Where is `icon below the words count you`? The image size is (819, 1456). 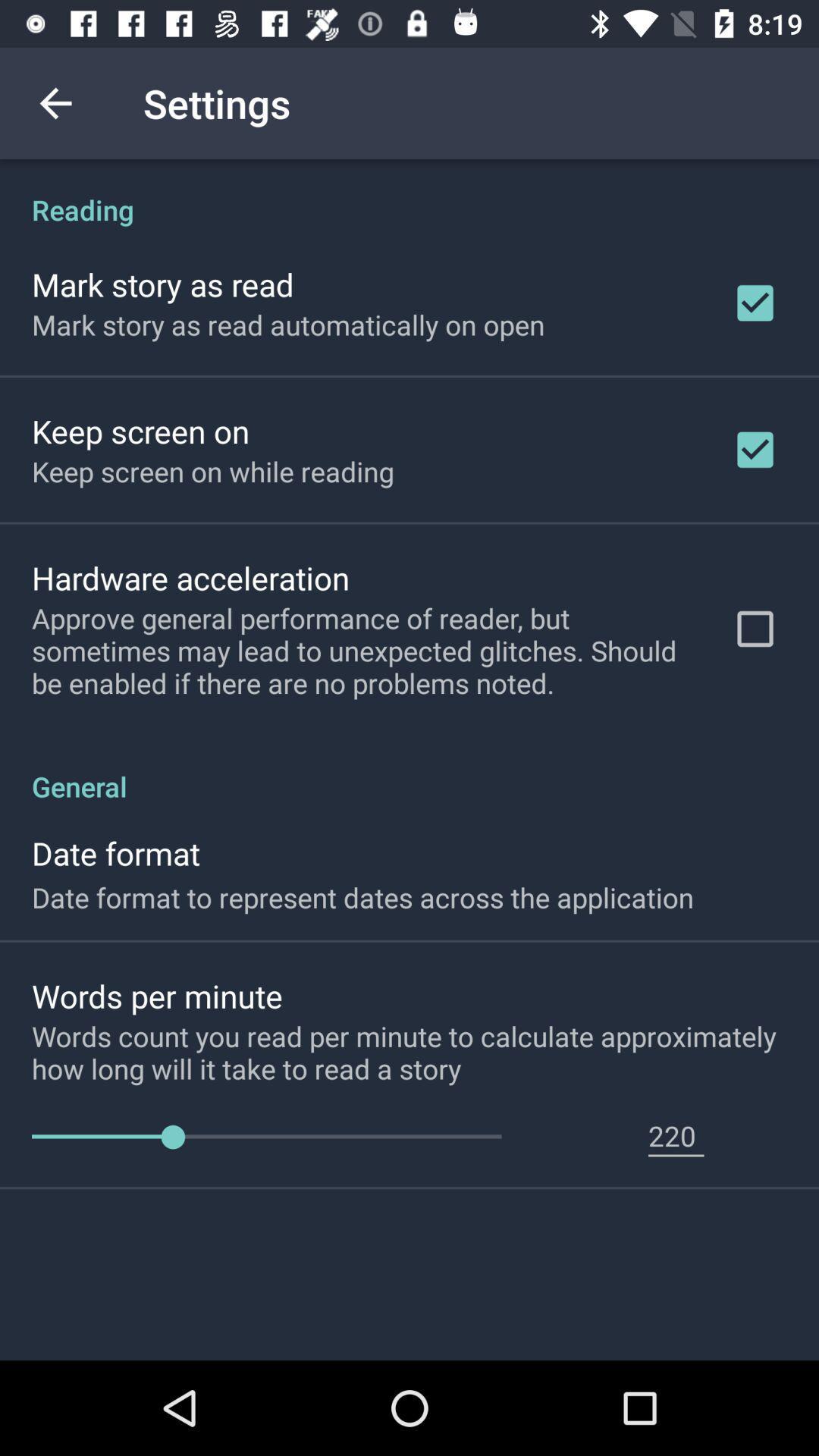 icon below the words count you is located at coordinates (675, 1135).